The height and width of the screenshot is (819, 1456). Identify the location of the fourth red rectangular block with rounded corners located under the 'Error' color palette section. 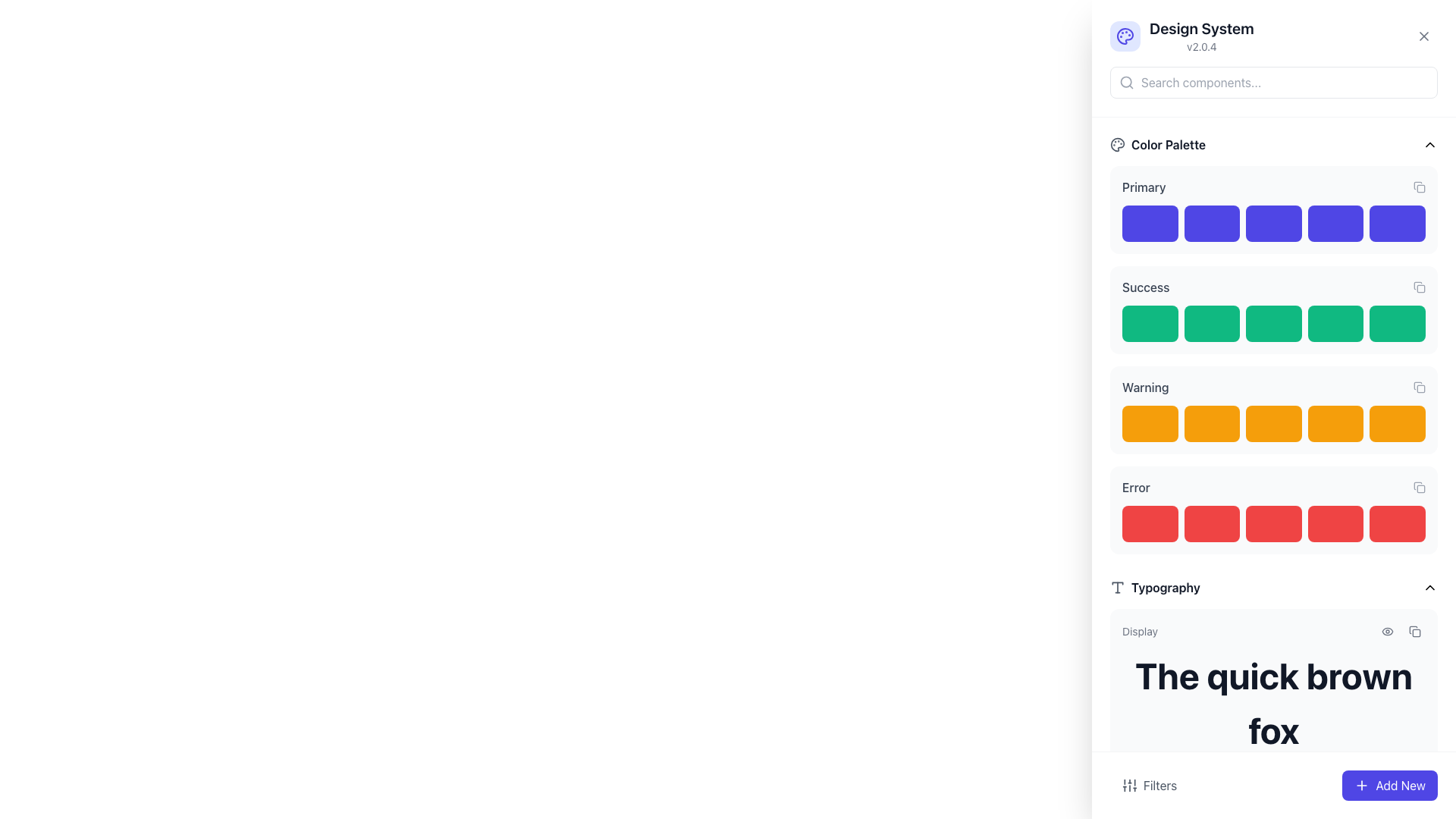
(1335, 522).